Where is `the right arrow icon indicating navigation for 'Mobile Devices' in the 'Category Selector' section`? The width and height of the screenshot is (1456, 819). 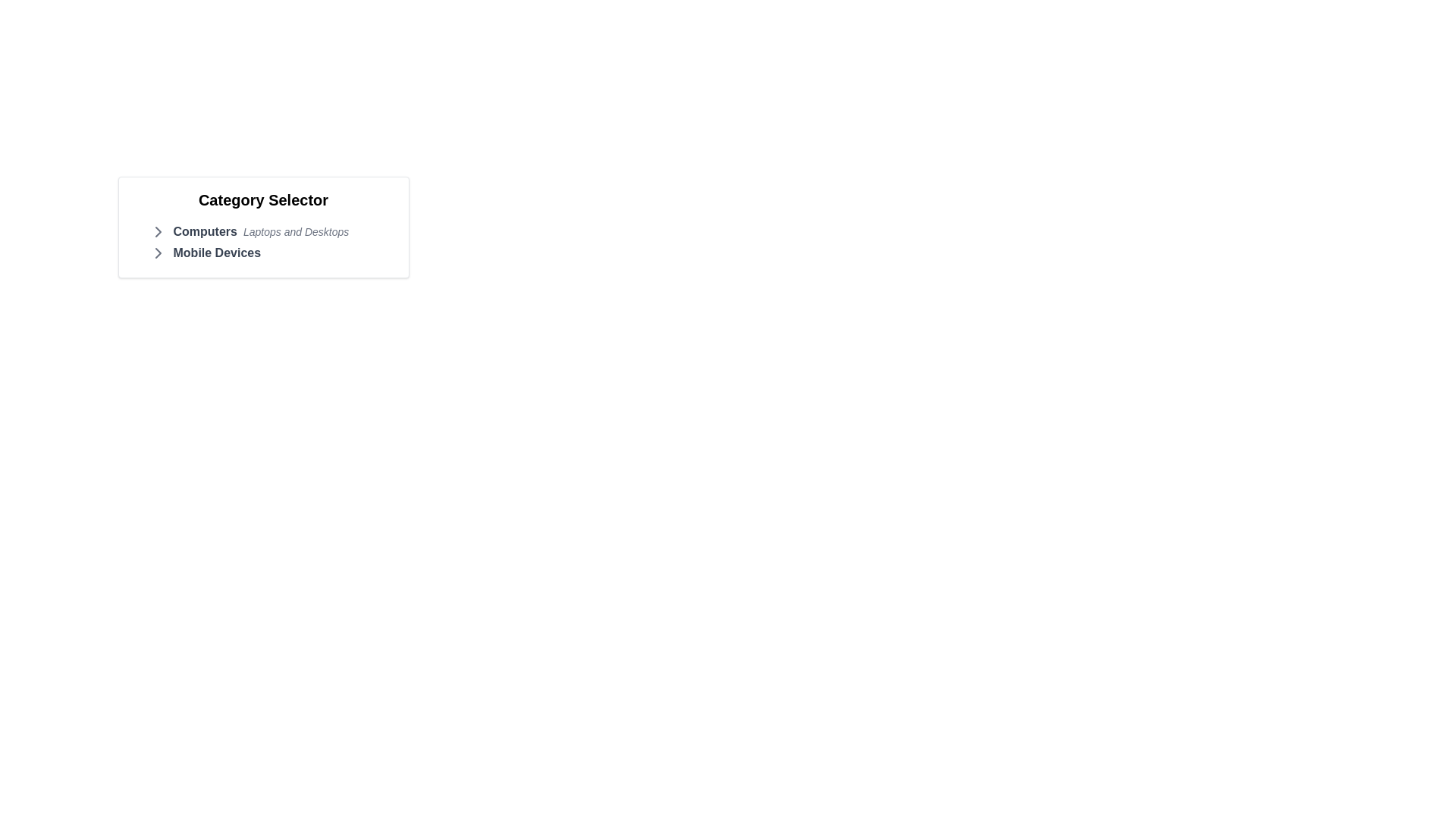
the right arrow icon indicating navigation for 'Mobile Devices' in the 'Category Selector' section is located at coordinates (158, 253).